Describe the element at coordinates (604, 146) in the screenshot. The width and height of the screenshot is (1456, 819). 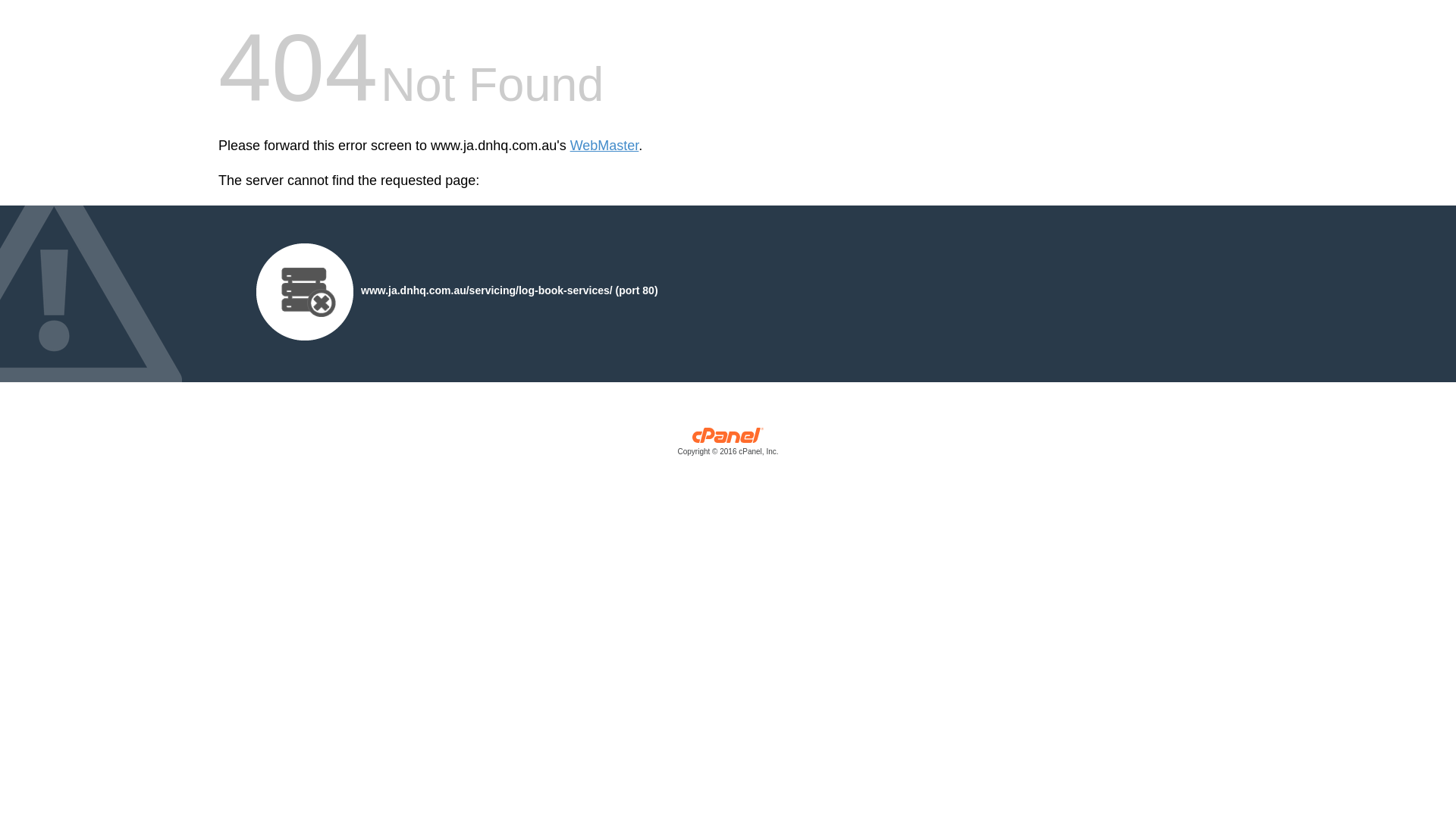
I see `'WebMaster'` at that location.